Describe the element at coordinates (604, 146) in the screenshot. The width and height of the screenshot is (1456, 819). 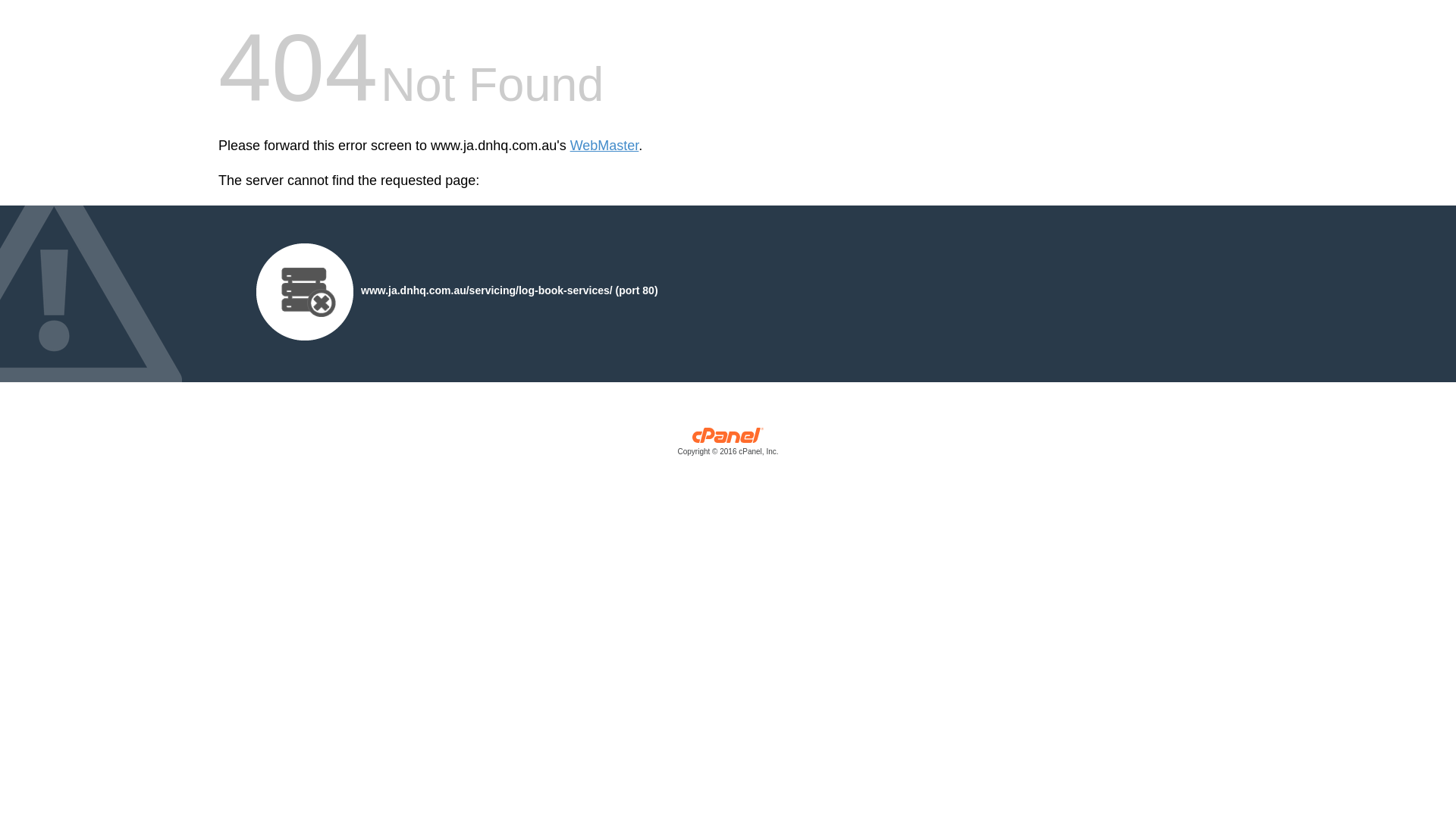
I see `'WebMaster'` at that location.